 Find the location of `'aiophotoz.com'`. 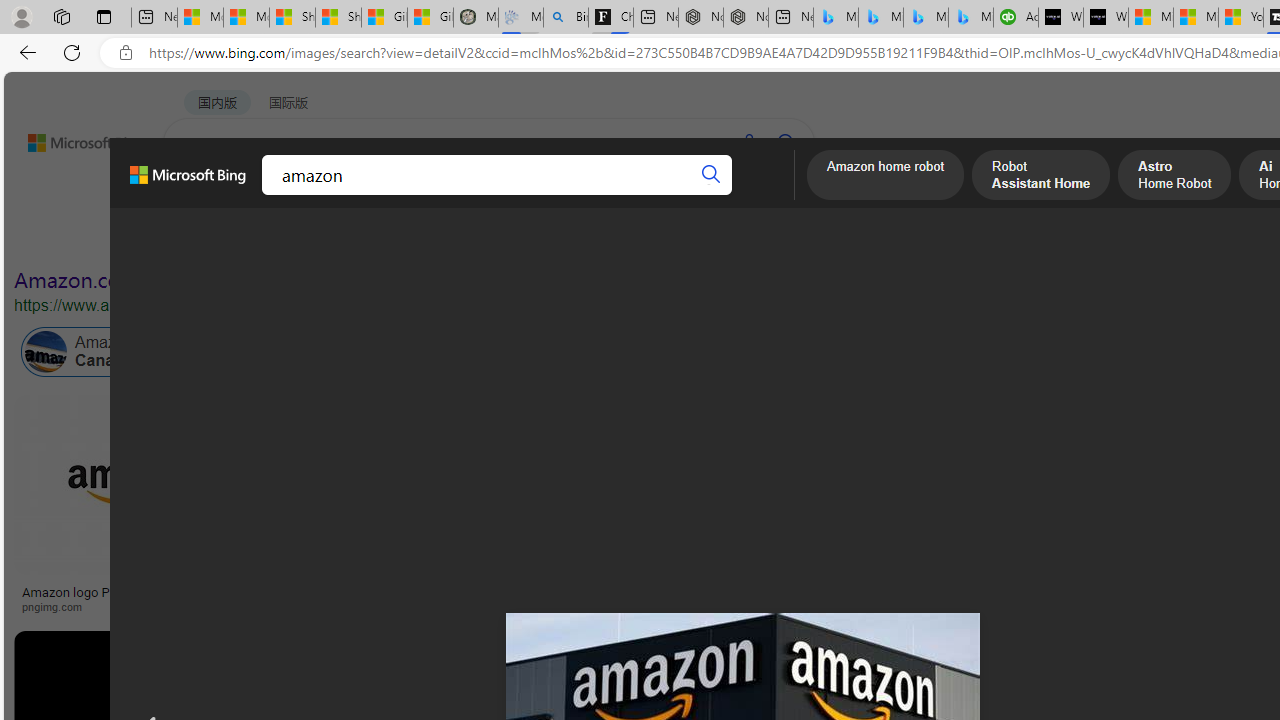

'aiophotoz.com' is located at coordinates (983, 605).